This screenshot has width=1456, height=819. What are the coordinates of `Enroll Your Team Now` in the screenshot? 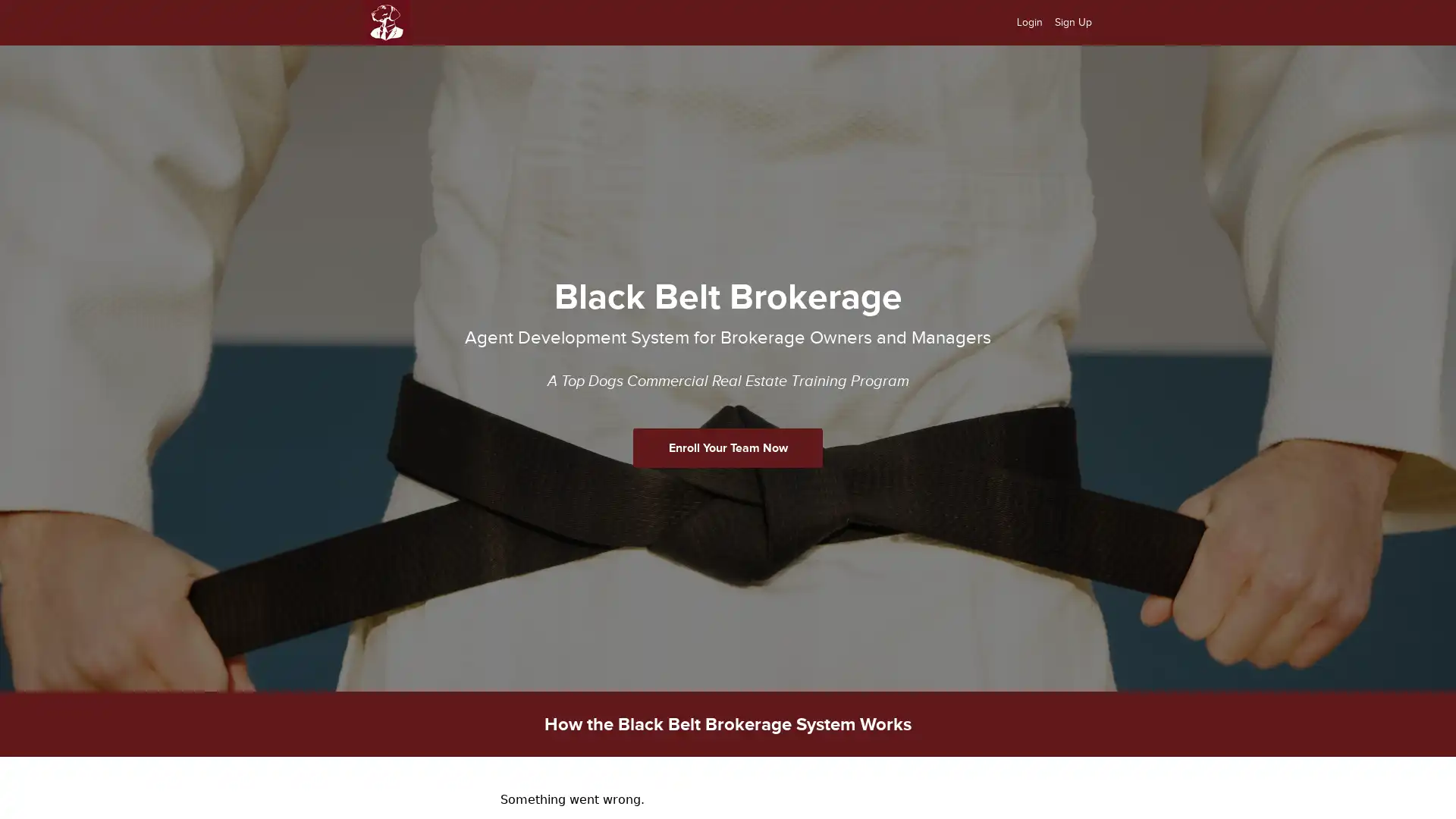 It's located at (728, 447).